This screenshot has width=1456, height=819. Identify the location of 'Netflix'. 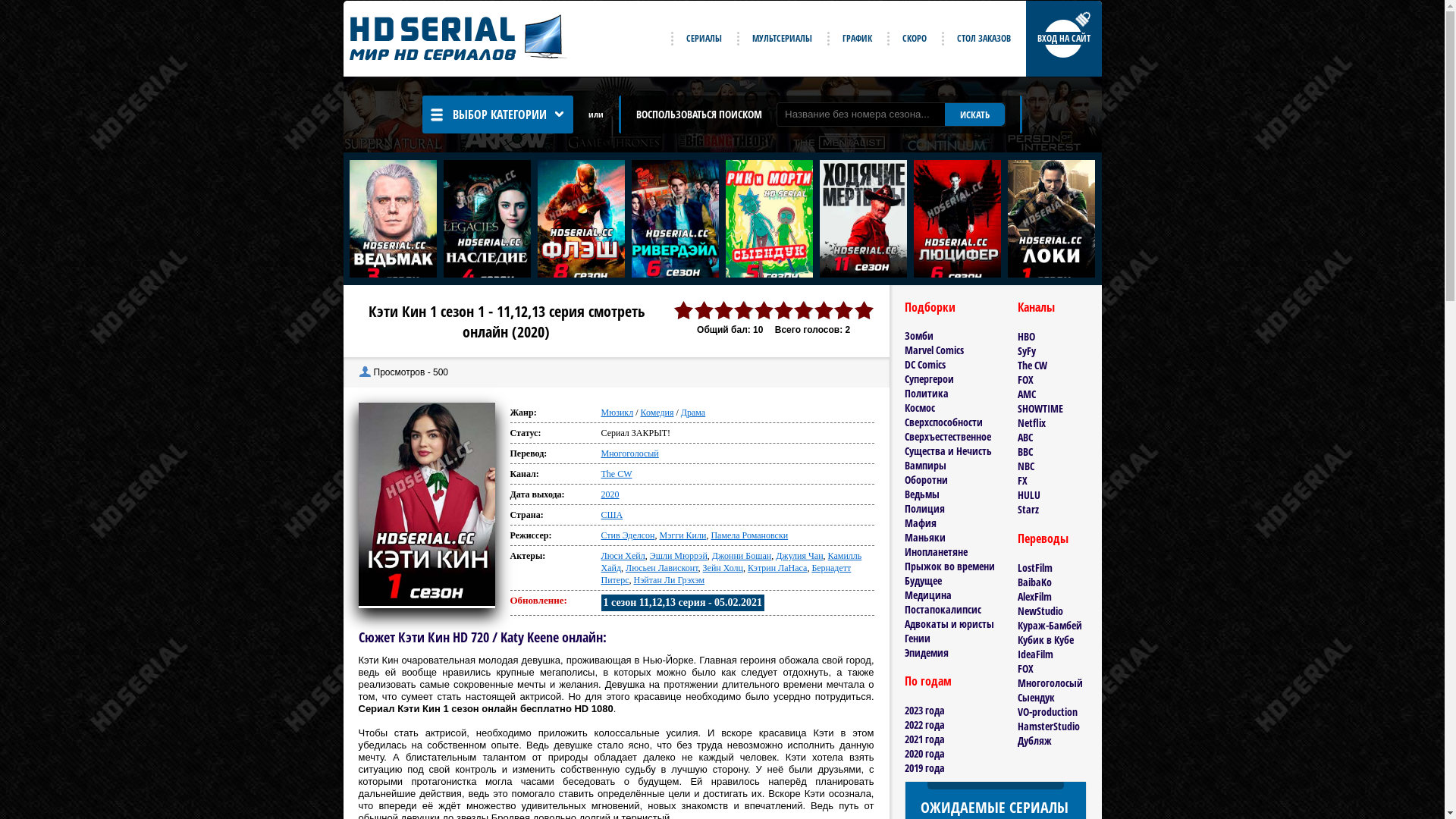
(1031, 422).